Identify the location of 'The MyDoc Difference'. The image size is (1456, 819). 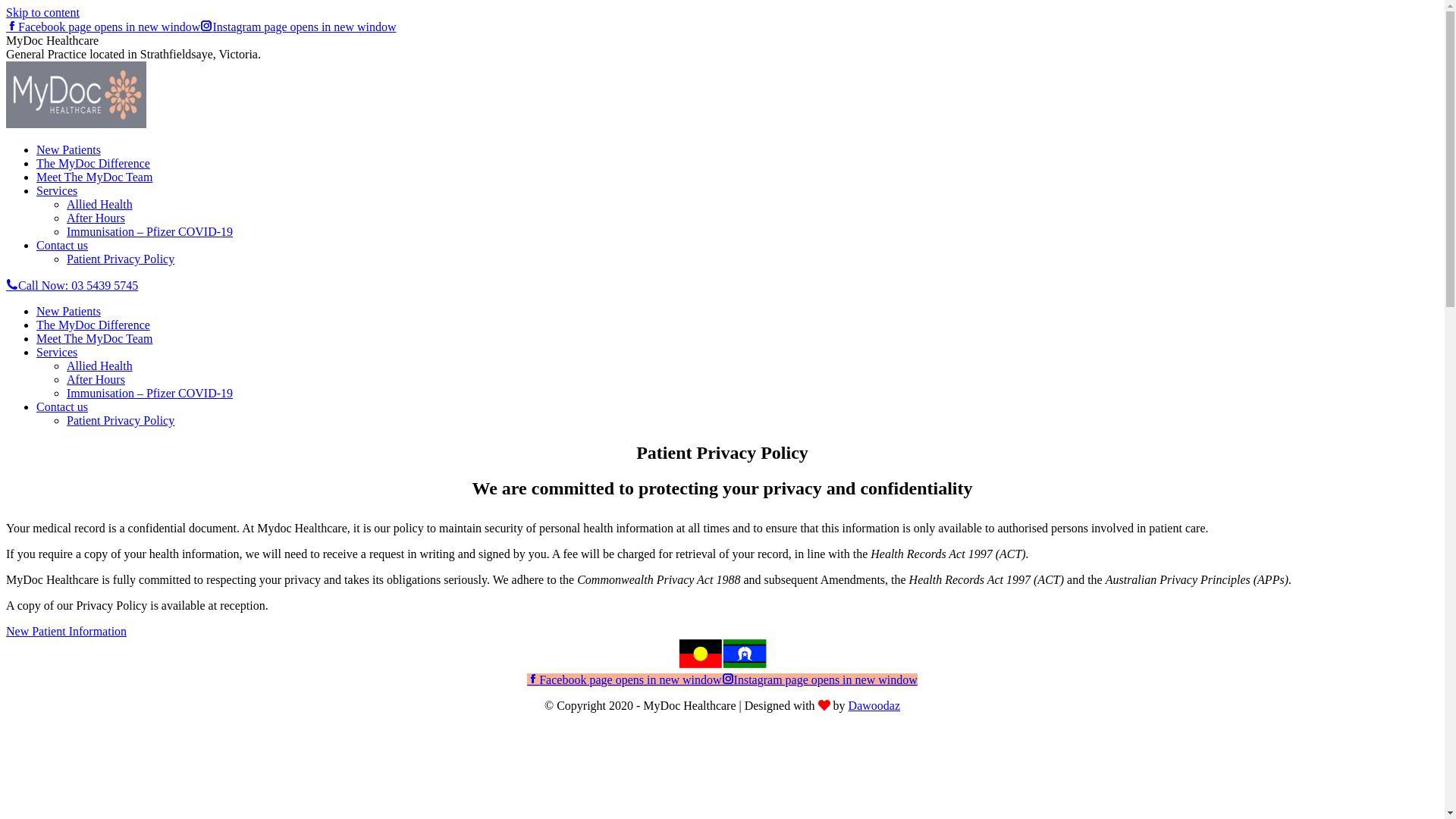
(93, 324).